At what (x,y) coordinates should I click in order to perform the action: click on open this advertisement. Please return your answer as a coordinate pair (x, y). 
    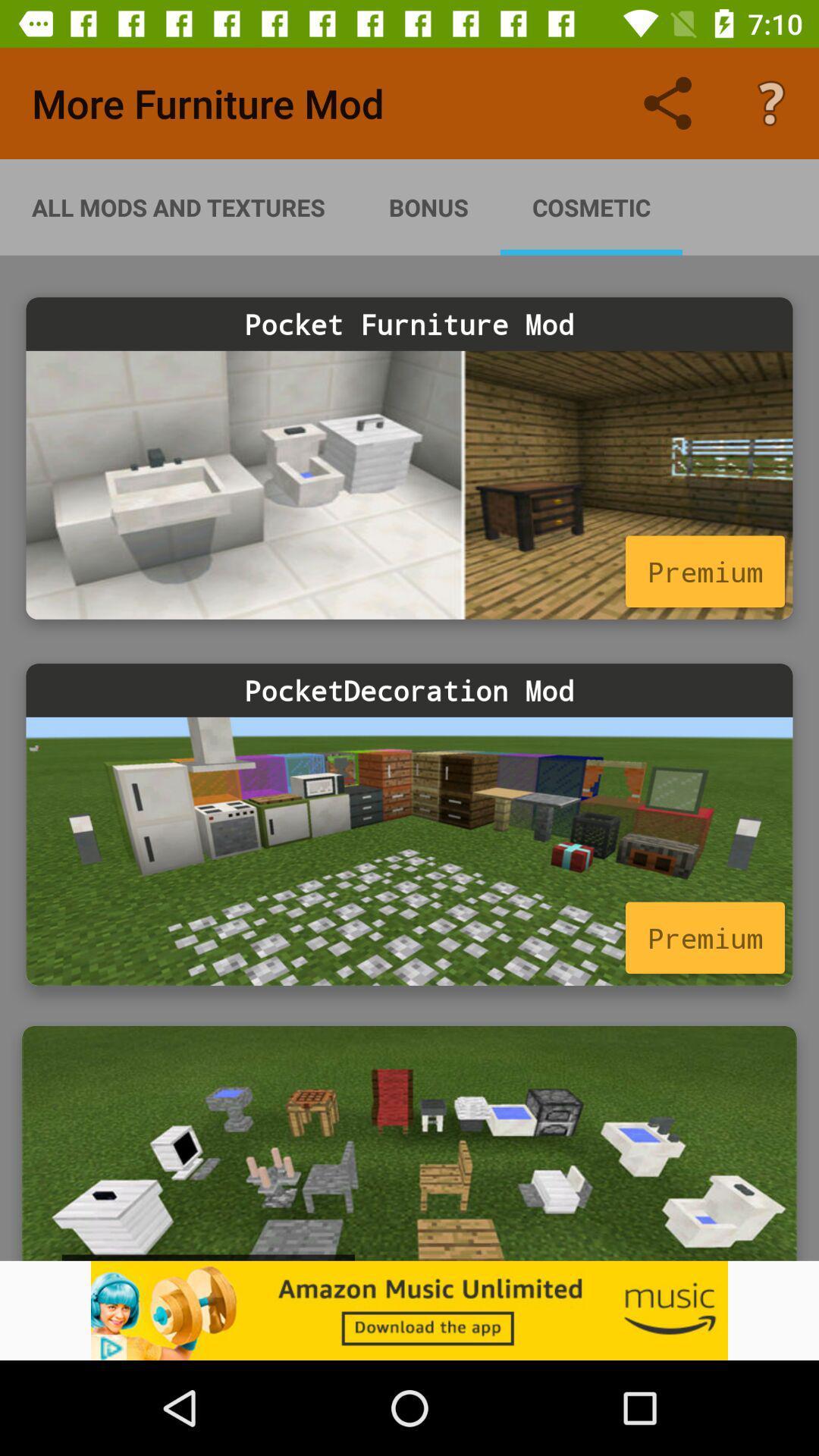
    Looking at the image, I should click on (409, 1143).